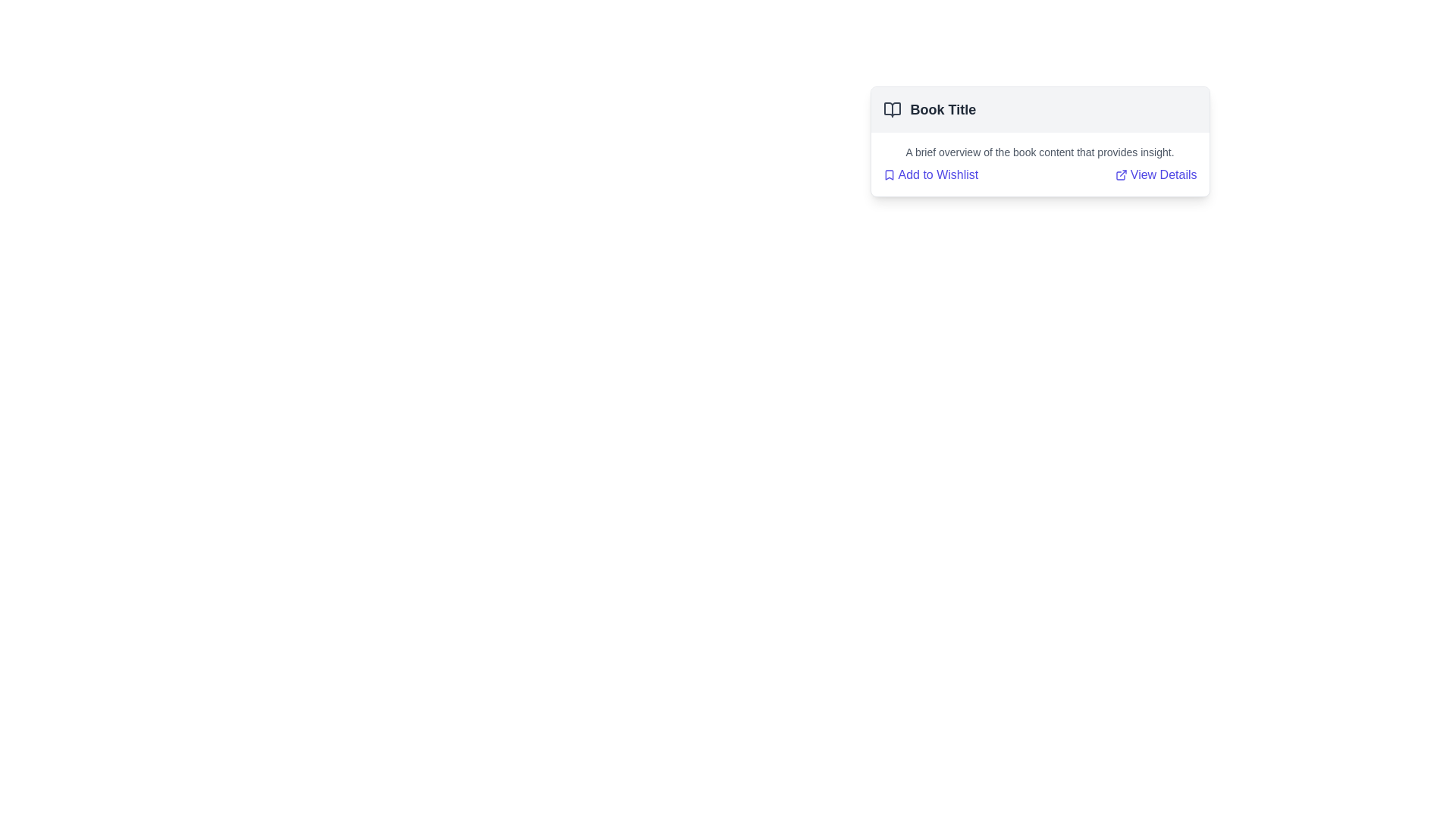 The height and width of the screenshot is (819, 1456). What do you see at coordinates (1155, 174) in the screenshot?
I see `the blue styled hyperlink with an external link icon, located to the right of the 'Add to Wishlist' link` at bounding box center [1155, 174].